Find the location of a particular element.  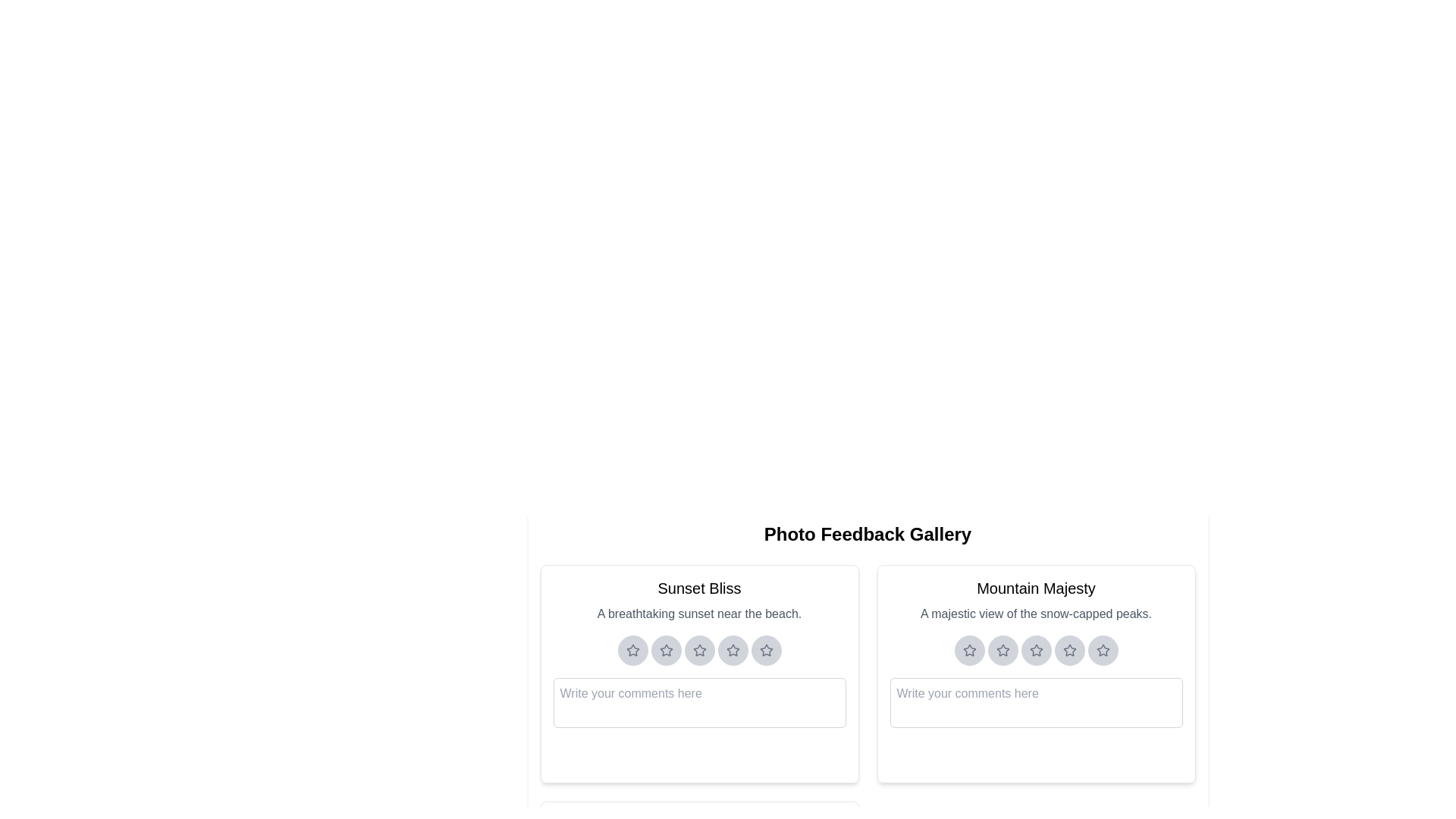

the second star-shaped rating icon in the 'Mountain Majesty' feedback section is located at coordinates (1003, 649).